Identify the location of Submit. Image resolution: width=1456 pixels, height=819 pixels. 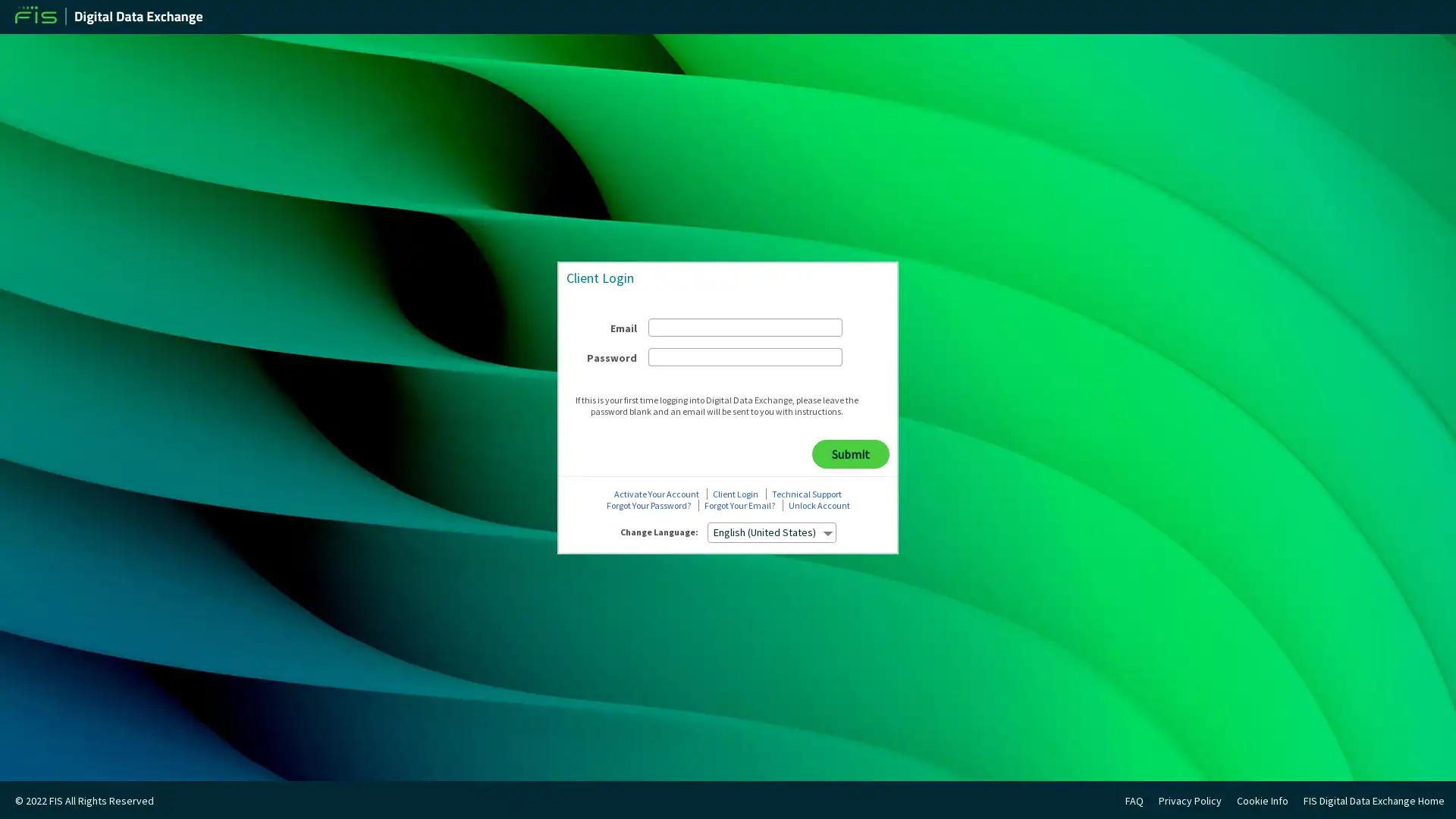
(851, 452).